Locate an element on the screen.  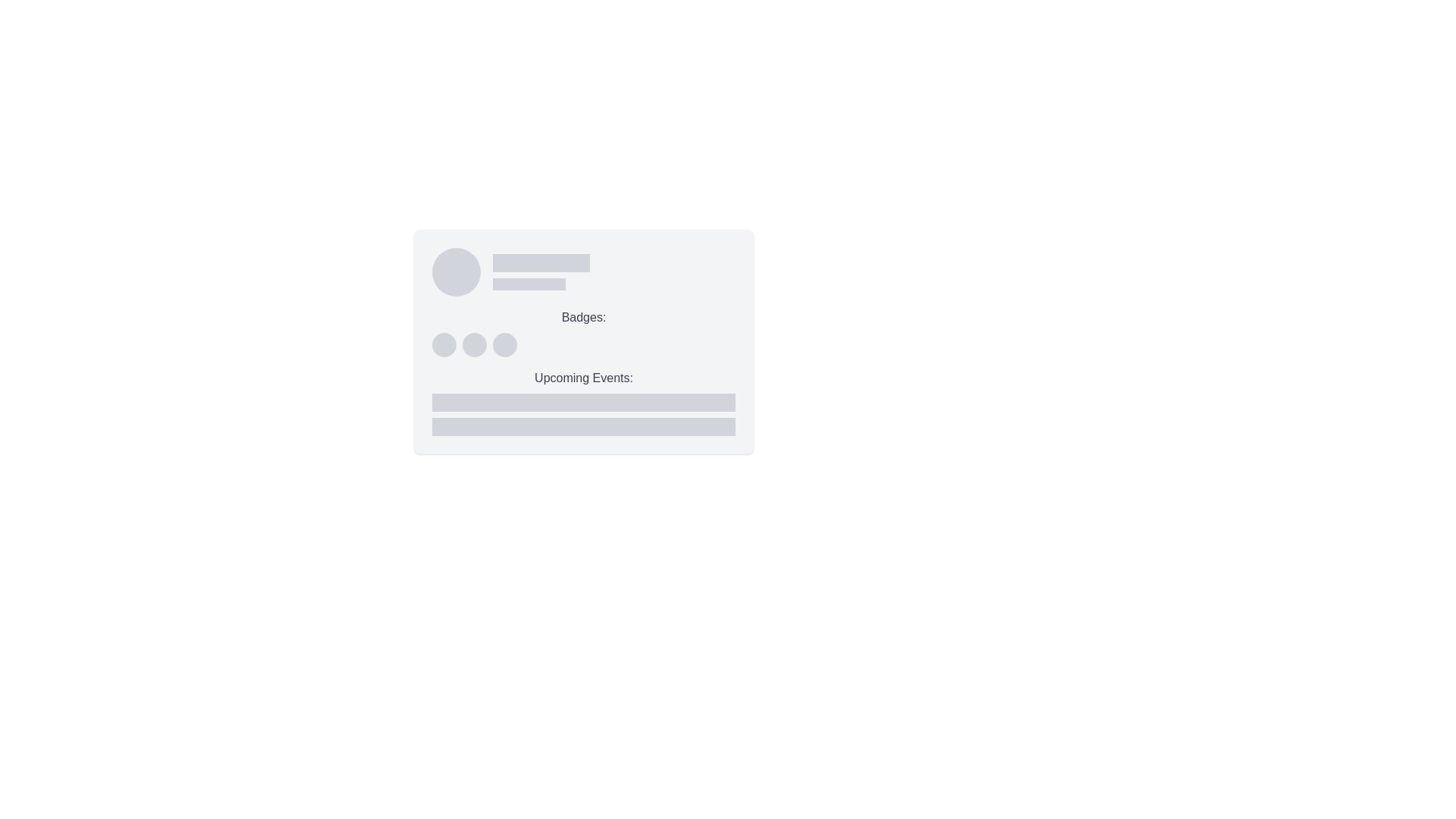
the Placeholder bar, a small, horizontal rectangular element filled with light gray color located below a larger gray rectangle is located at coordinates (529, 284).